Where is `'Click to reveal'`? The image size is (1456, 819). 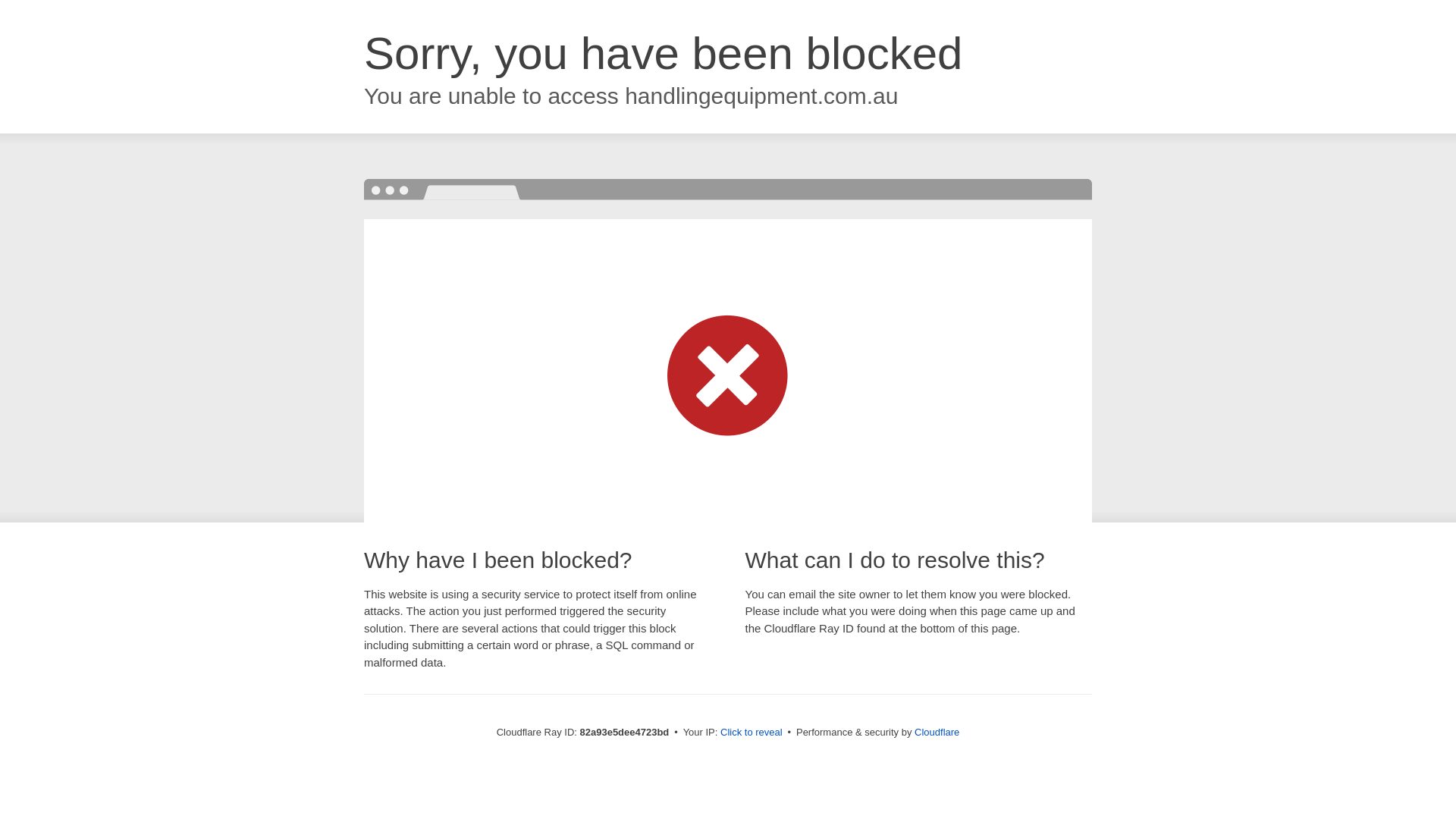
'Click to reveal' is located at coordinates (751, 731).